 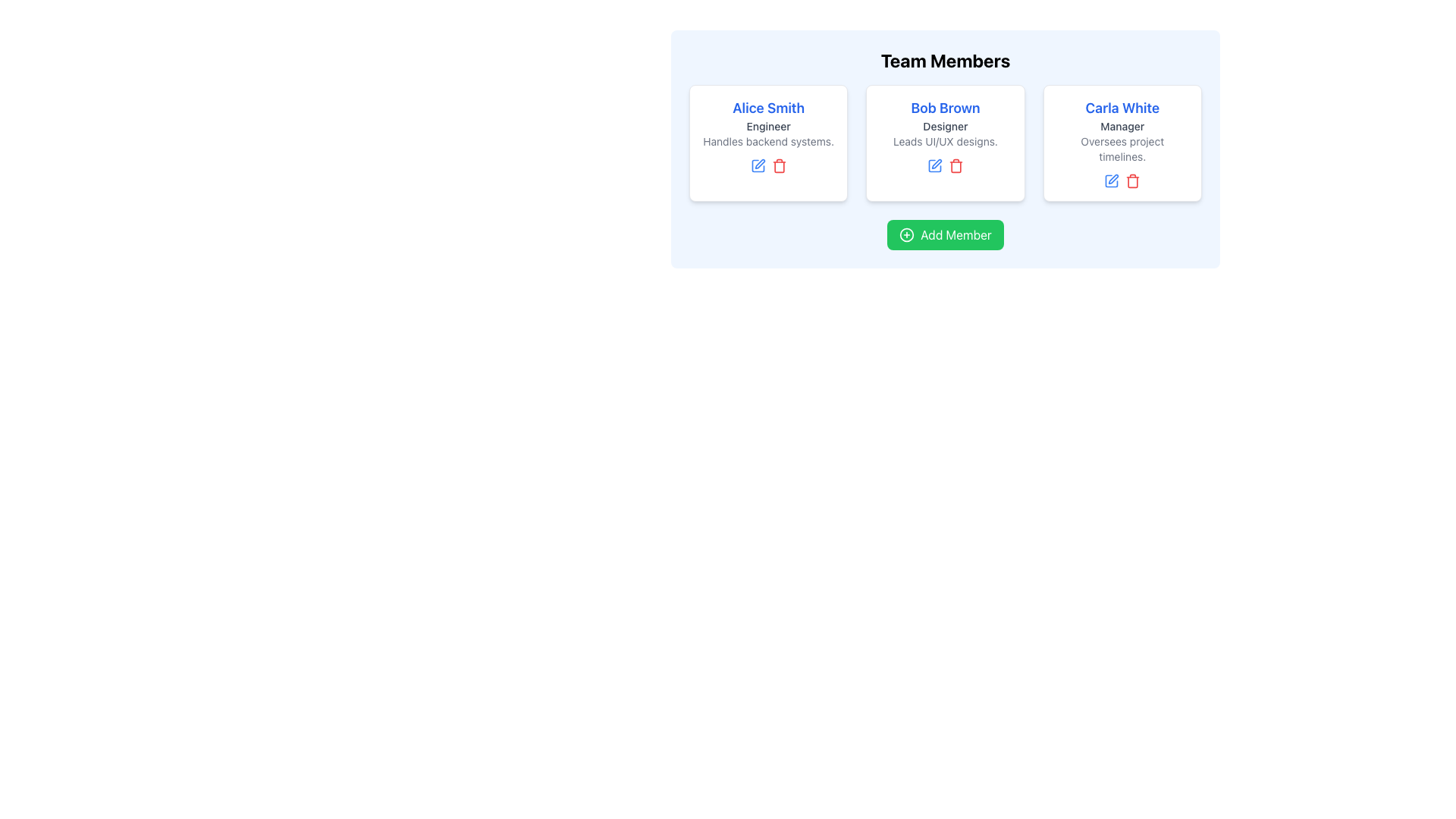 What do you see at coordinates (768, 107) in the screenshot?
I see `the text label that identifies an individual by name within the team overview interface, which is positioned at the top of a card layout` at bounding box center [768, 107].